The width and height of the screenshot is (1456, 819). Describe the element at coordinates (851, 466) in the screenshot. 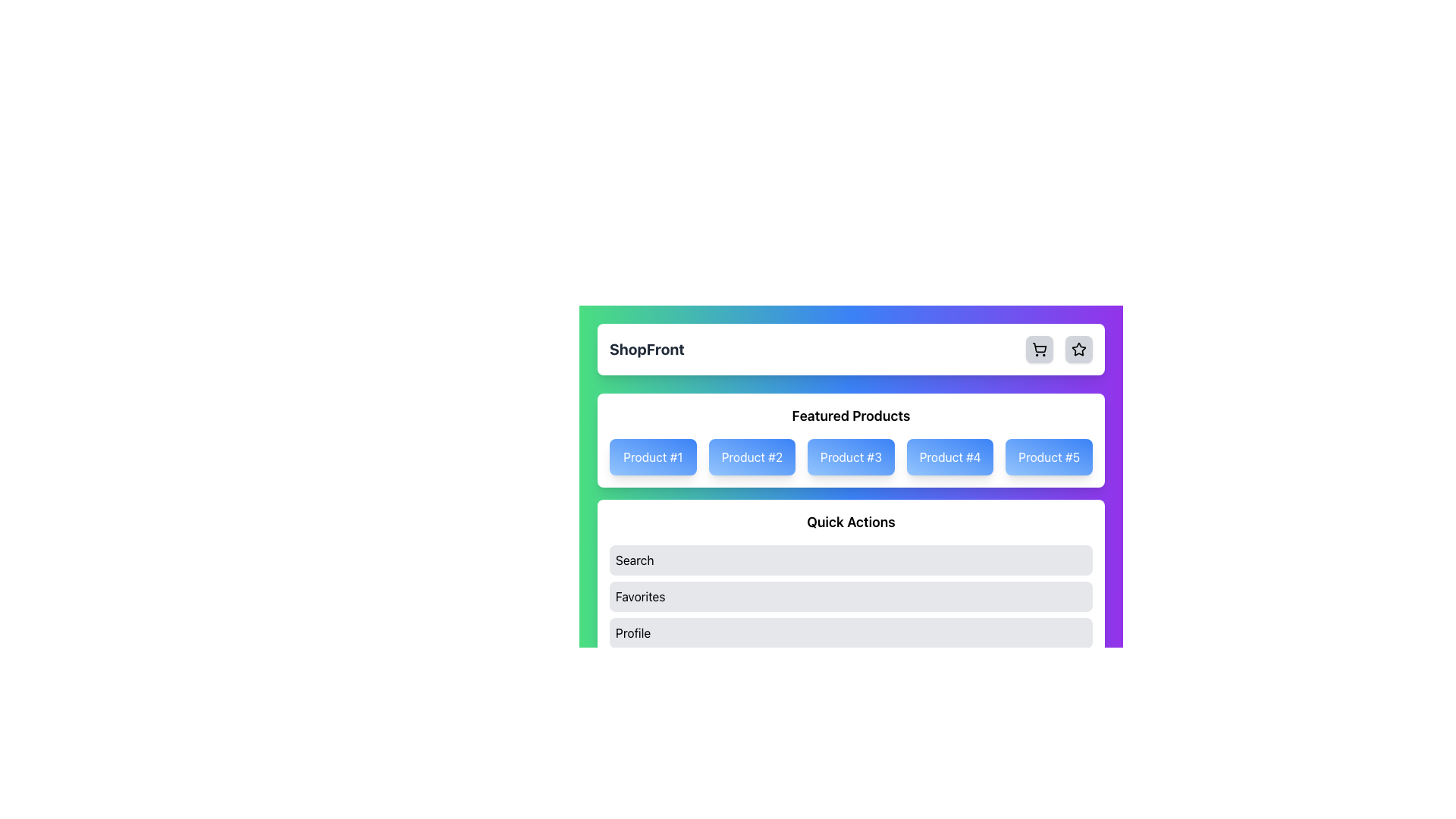

I see `the button labeled 'Product #3' with a gradient background and white bold text` at that location.